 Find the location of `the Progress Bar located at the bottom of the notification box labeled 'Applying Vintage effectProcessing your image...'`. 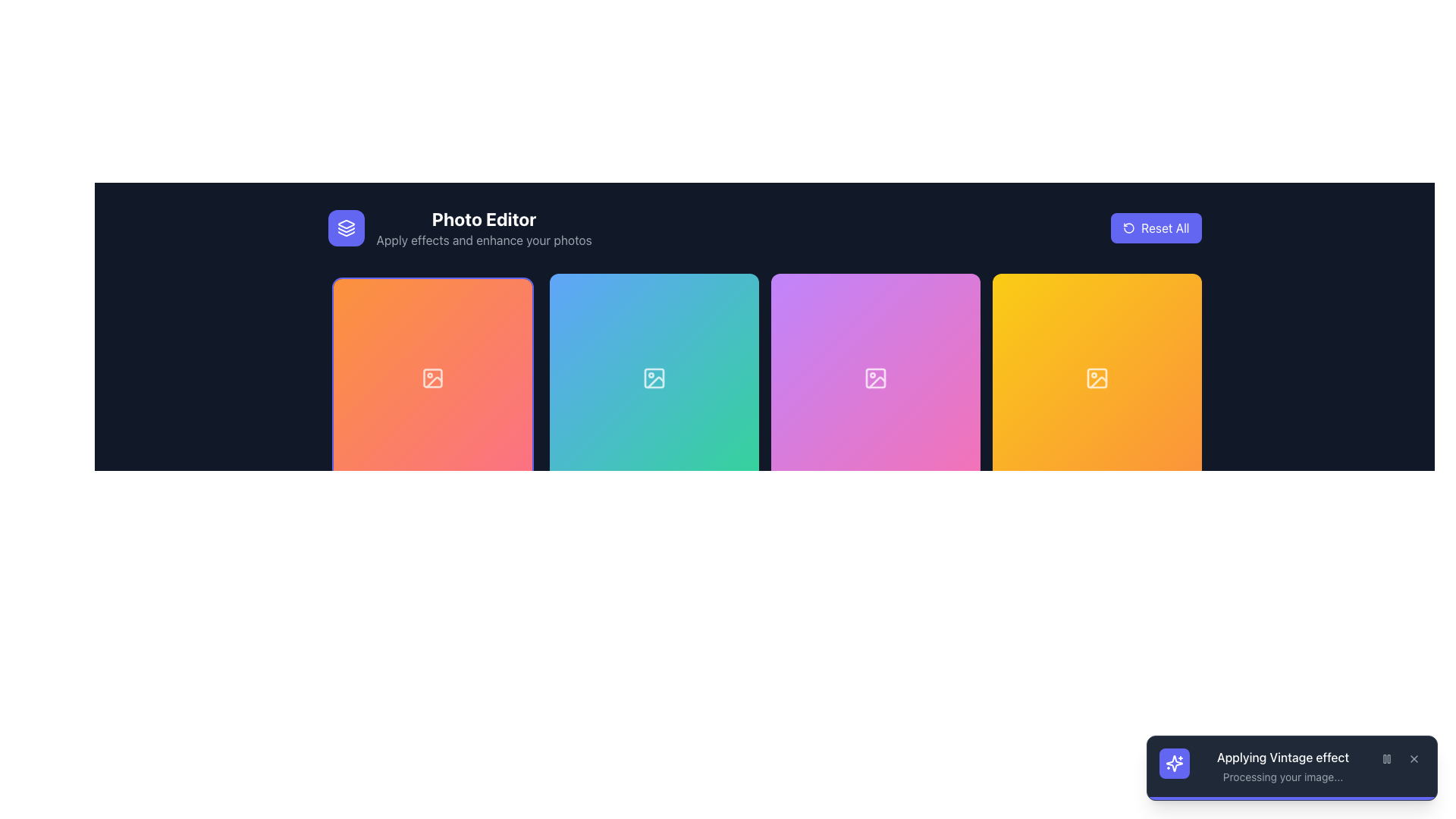

the Progress Bar located at the bottom of the notification box labeled 'Applying Vintage effectProcessing your image...' is located at coordinates (1291, 798).